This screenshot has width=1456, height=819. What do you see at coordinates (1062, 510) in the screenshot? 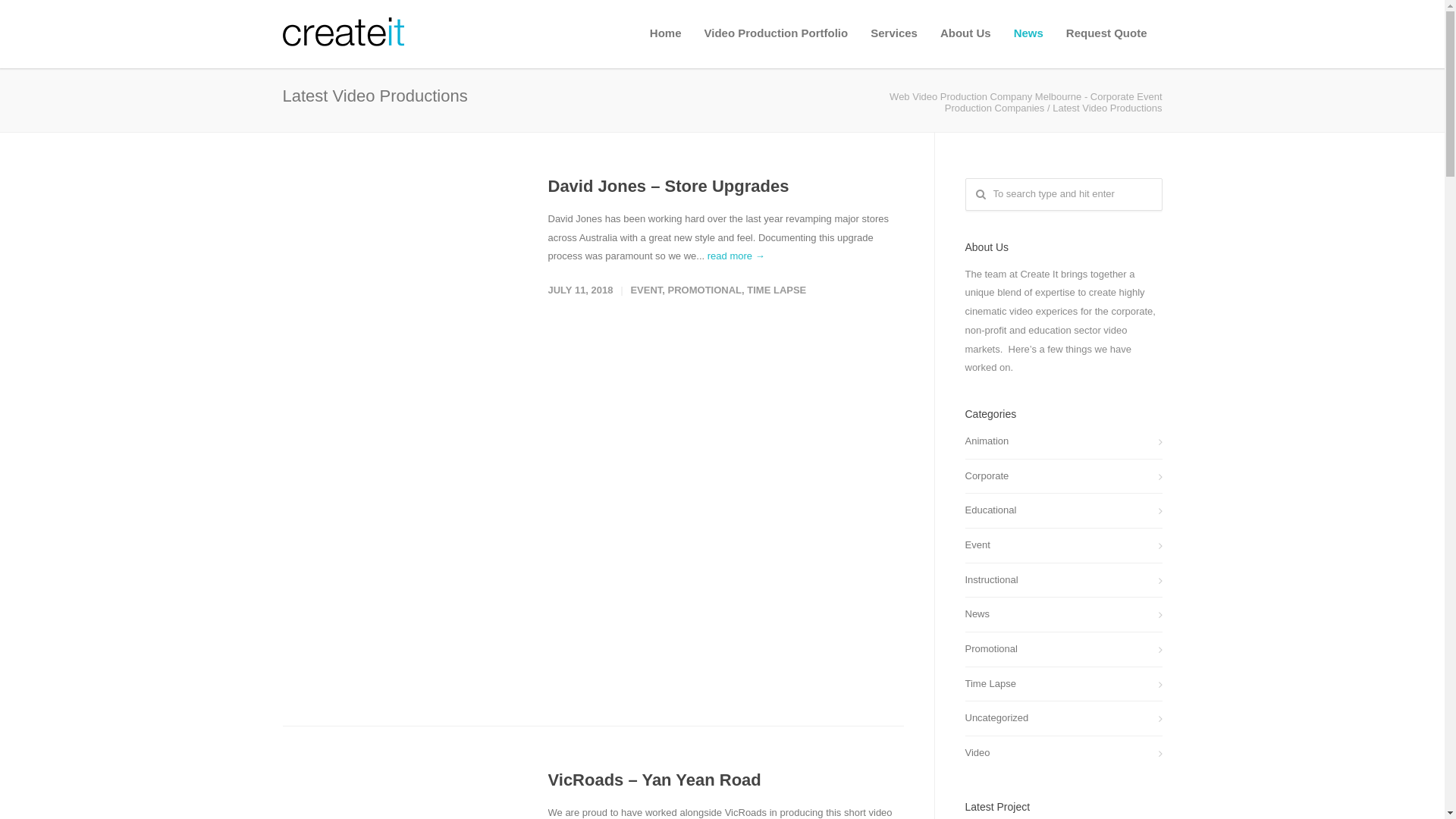
I see `'Educational'` at bounding box center [1062, 510].